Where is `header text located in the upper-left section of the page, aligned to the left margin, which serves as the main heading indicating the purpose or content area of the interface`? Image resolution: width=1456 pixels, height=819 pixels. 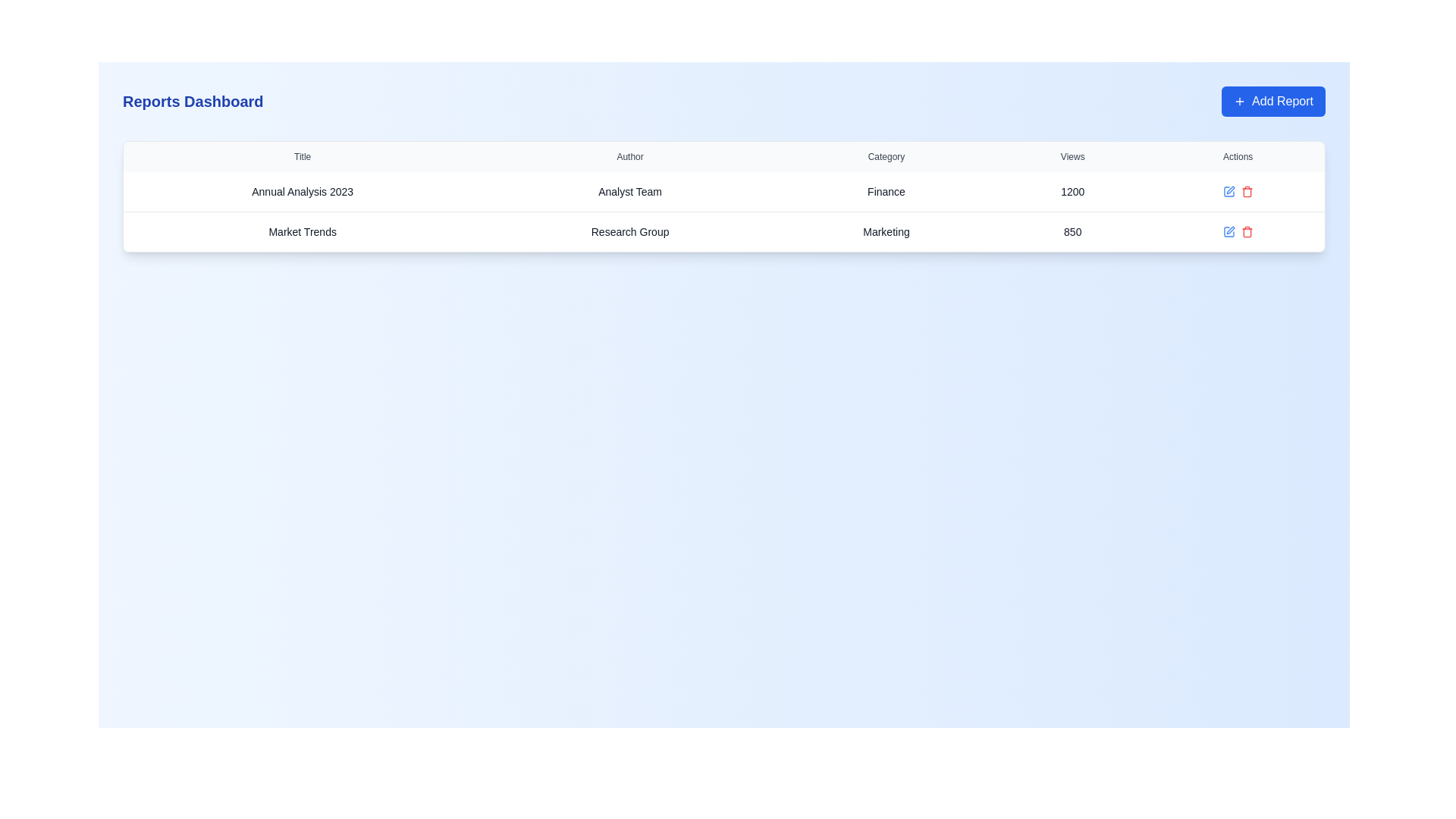
header text located in the upper-left section of the page, aligned to the left margin, which serves as the main heading indicating the purpose or content area of the interface is located at coordinates (192, 102).